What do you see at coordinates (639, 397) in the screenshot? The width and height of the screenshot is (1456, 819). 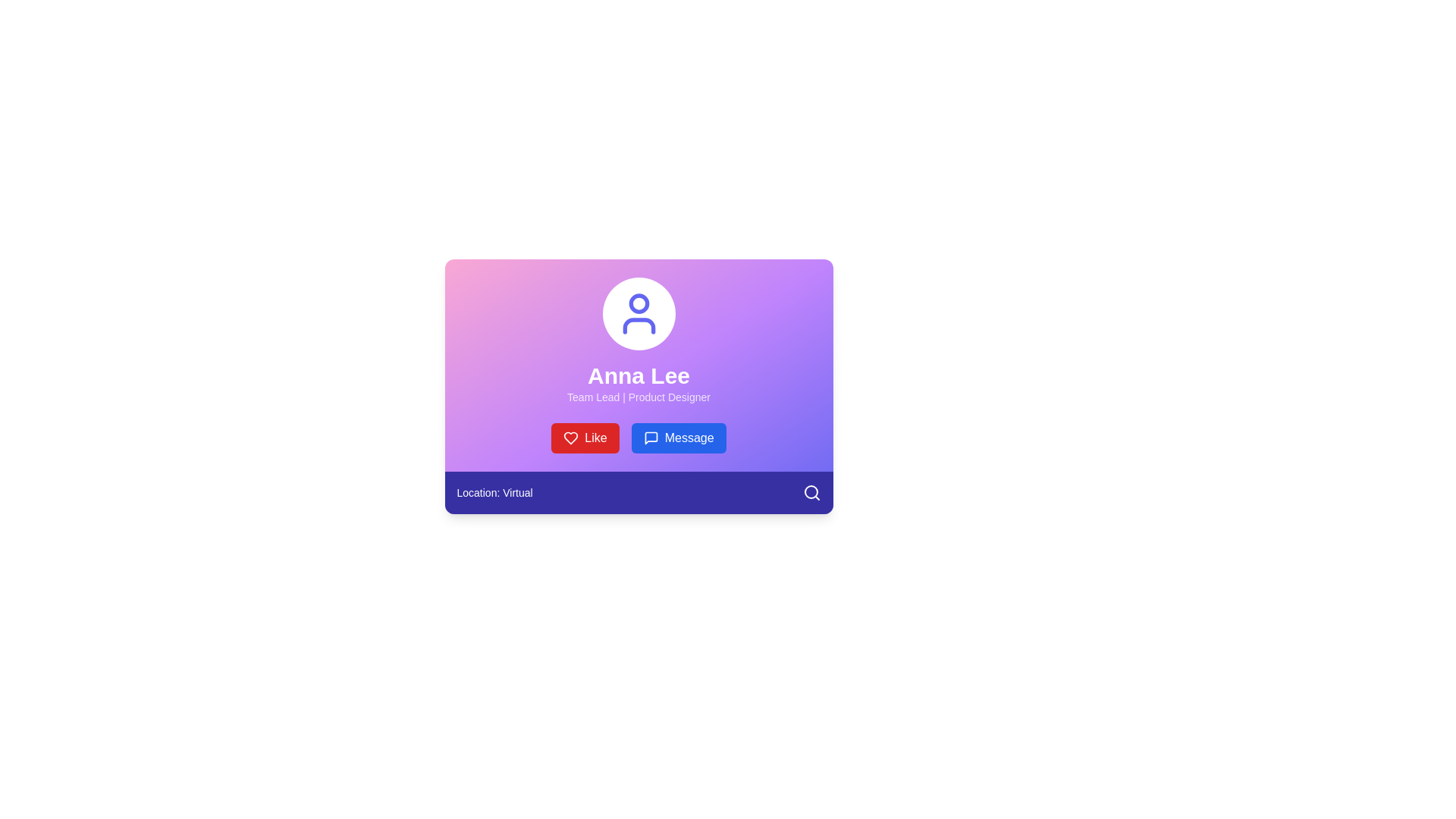 I see `the text element that describes the professional position of 'Anna Lee', which is located within a card layout, positioned below the 'Anna Lee' text and above the 'Like' and 'Message' buttons` at bounding box center [639, 397].